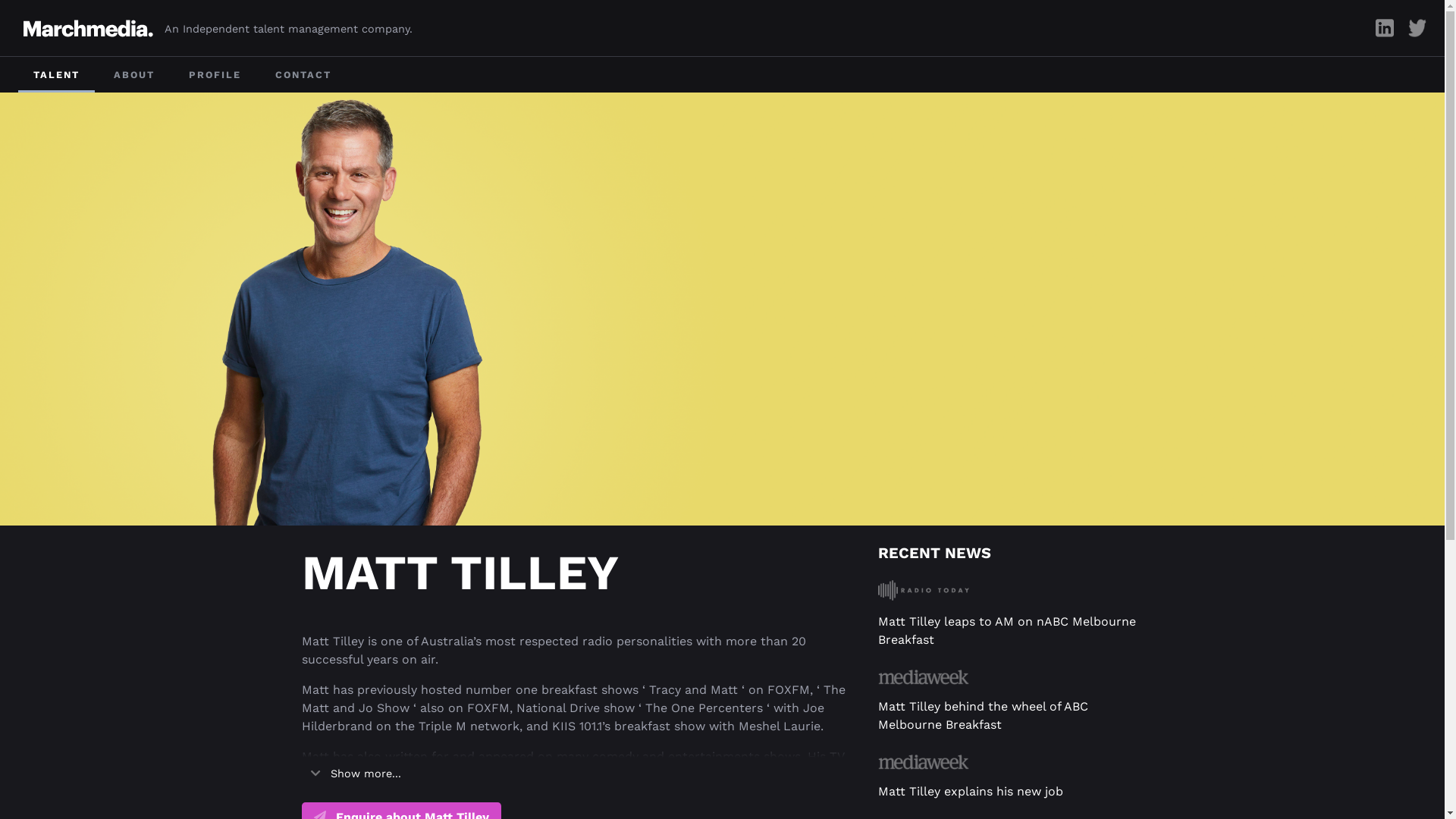 This screenshot has height=819, width=1456. I want to click on 'Show more...', so click(355, 774).